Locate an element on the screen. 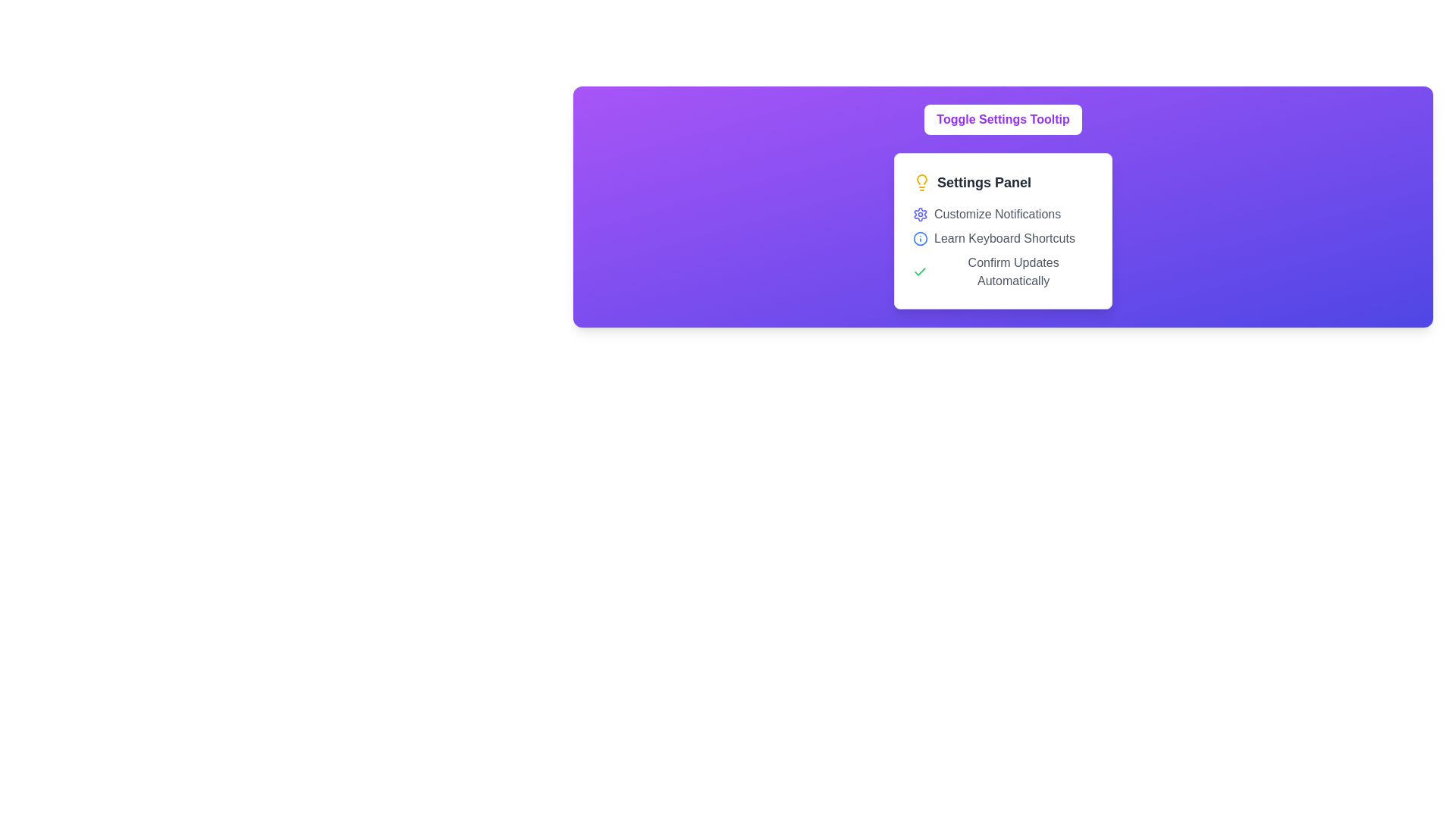 This screenshot has height=819, width=1456. the small checkmark icon with a green stroke and a white background located to the left of the 'Settings Panel' title text is located at coordinates (919, 271).